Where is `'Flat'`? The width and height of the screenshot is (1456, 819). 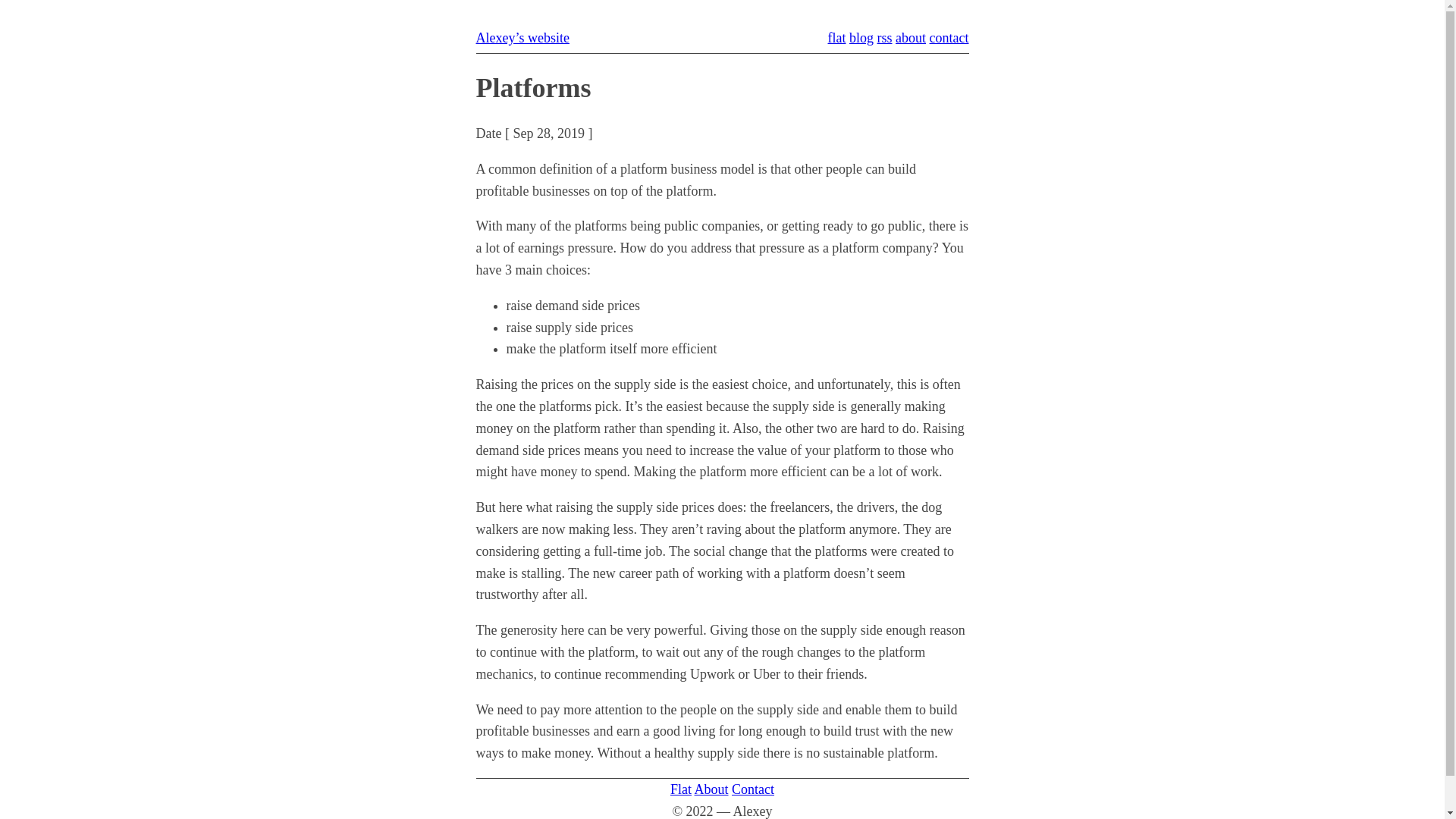 'Flat' is located at coordinates (679, 789).